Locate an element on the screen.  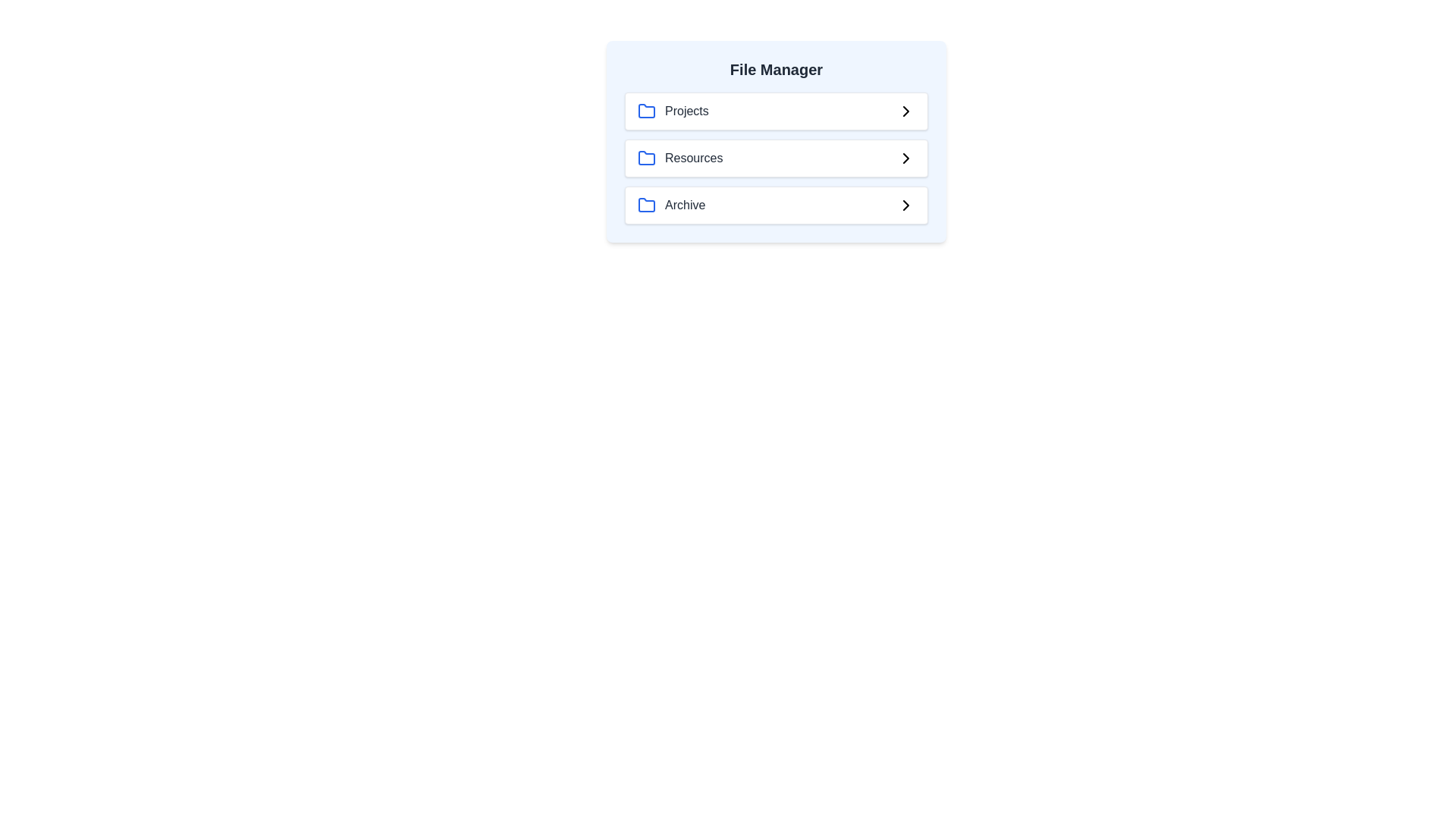
the 'Resources' entry in the File Manager, which is represented by a blue folder icon followed by the medium gray text label 'Resources' is located at coordinates (679, 158).